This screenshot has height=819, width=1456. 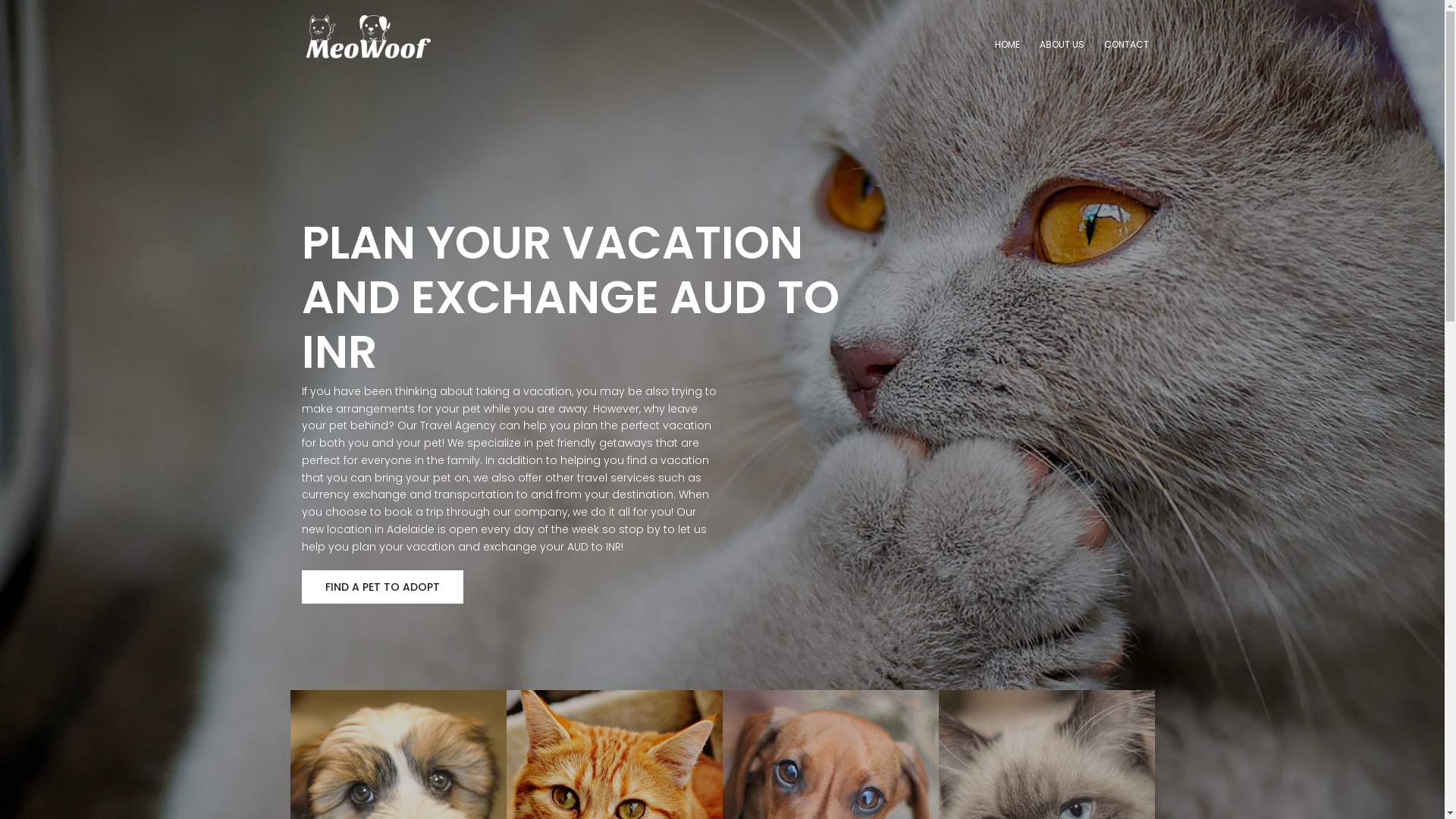 What do you see at coordinates (1007, 44) in the screenshot?
I see `'HOME'` at bounding box center [1007, 44].